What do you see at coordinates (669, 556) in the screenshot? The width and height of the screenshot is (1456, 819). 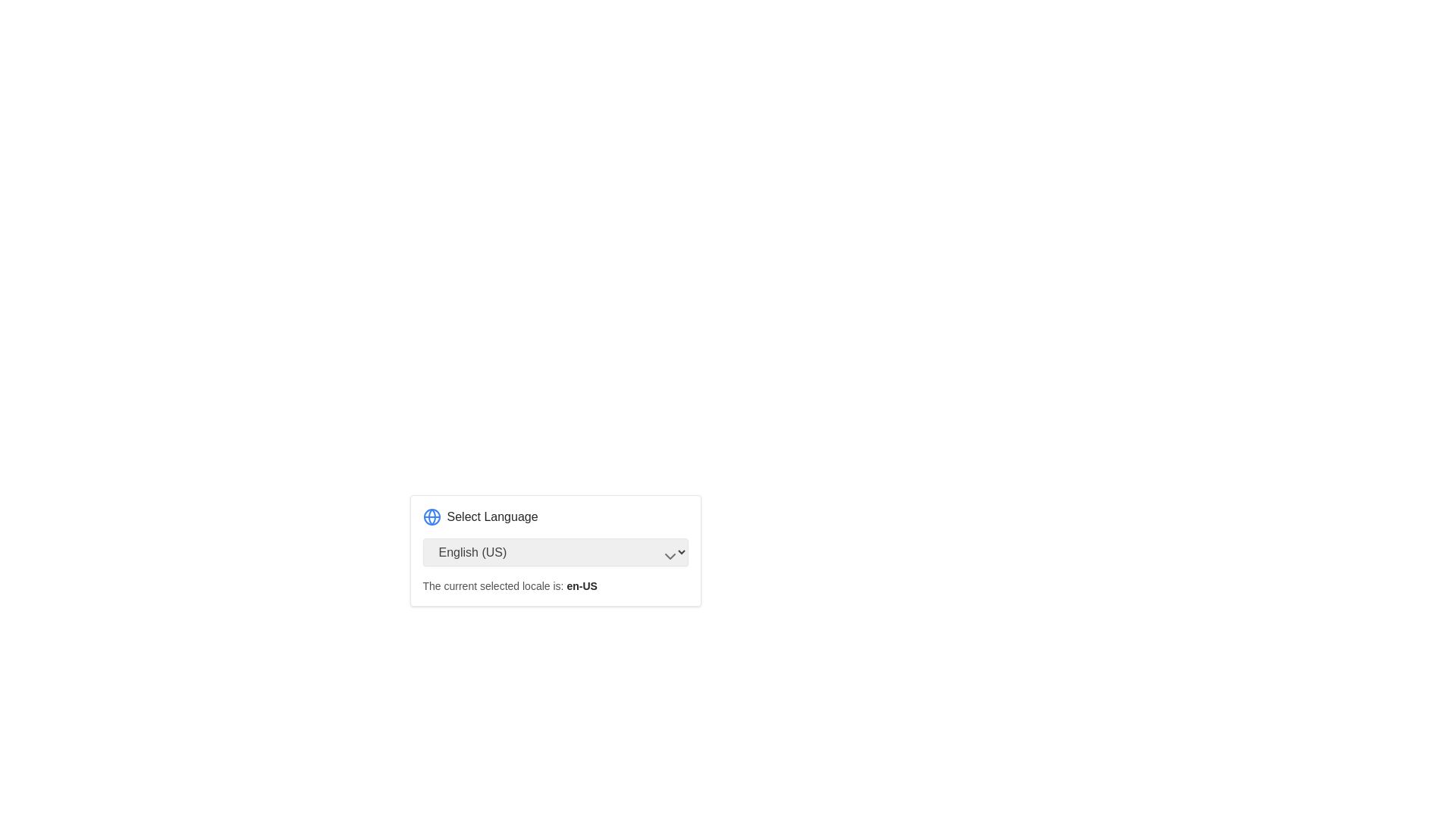 I see `the chevron icon located on the right side of the 'English (US)' dropdown` at bounding box center [669, 556].